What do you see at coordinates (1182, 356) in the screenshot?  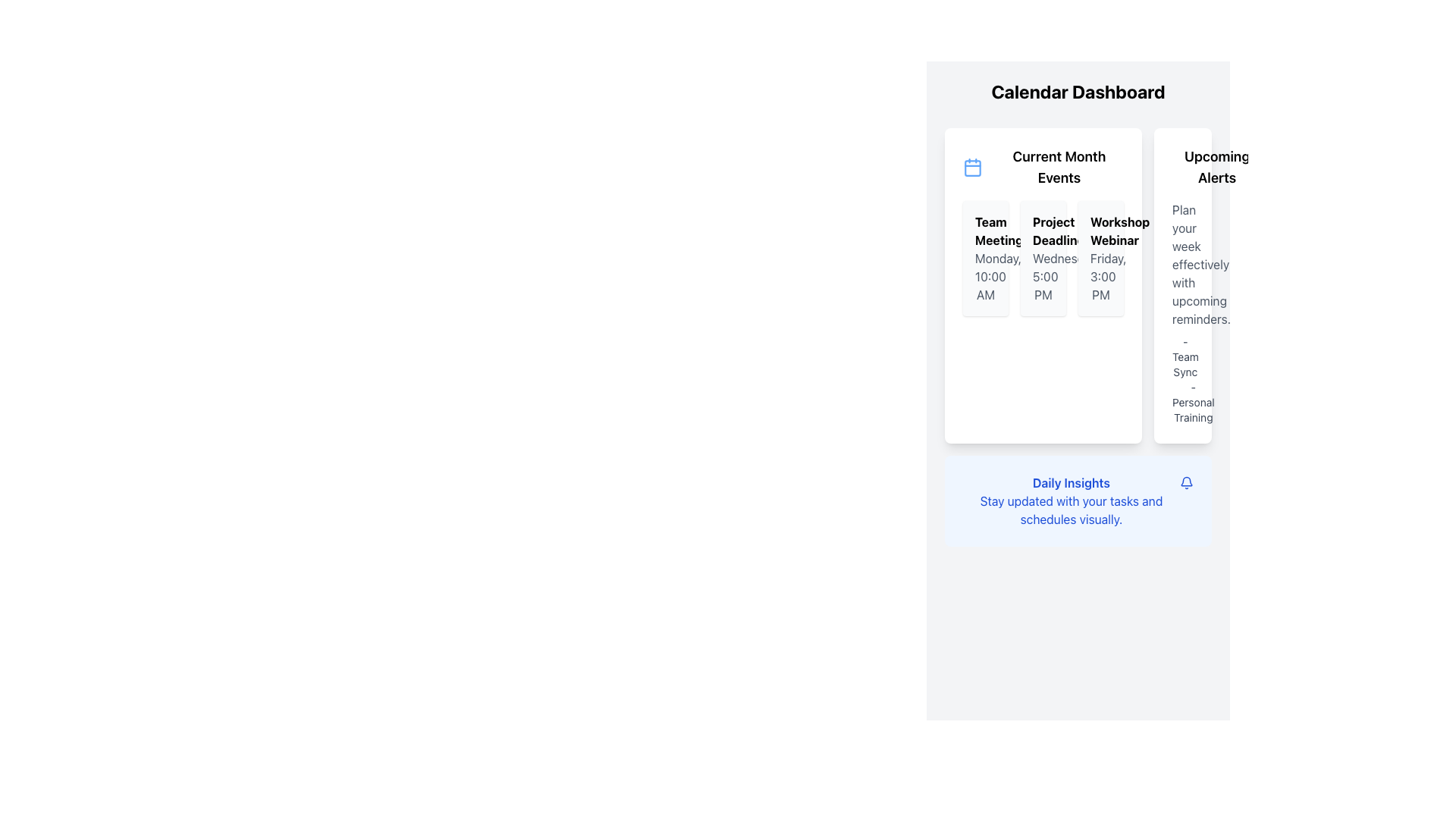 I see `contents of the text label displaying '- Team Sync', which is styled in a small font and muted gray color, located in the 'Upcoming Alerts' section` at bounding box center [1182, 356].